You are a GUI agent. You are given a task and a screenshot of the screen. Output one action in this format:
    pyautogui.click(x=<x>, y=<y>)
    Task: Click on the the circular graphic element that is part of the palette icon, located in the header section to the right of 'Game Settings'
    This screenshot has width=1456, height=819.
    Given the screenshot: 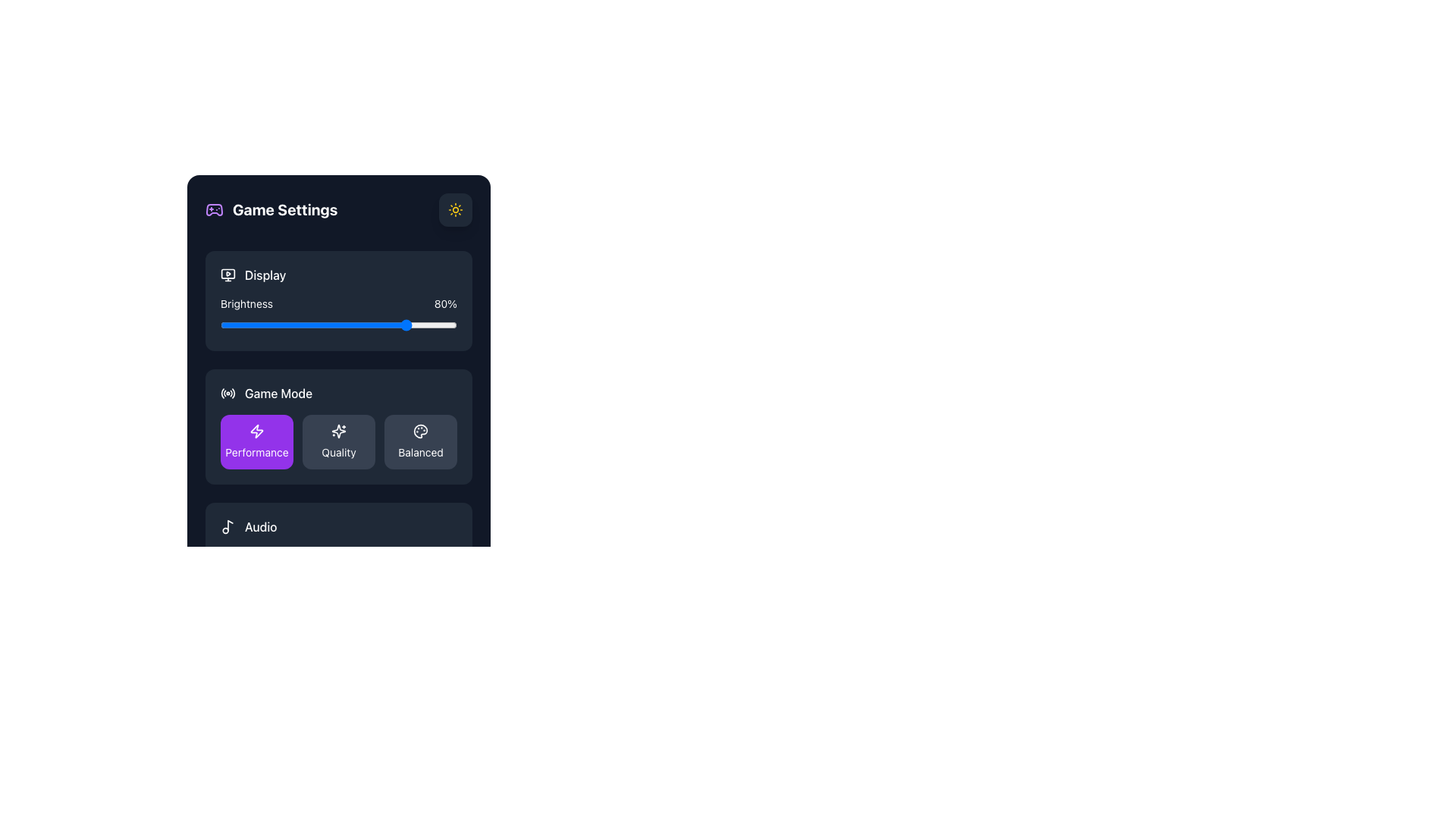 What is the action you would take?
    pyautogui.click(x=421, y=431)
    